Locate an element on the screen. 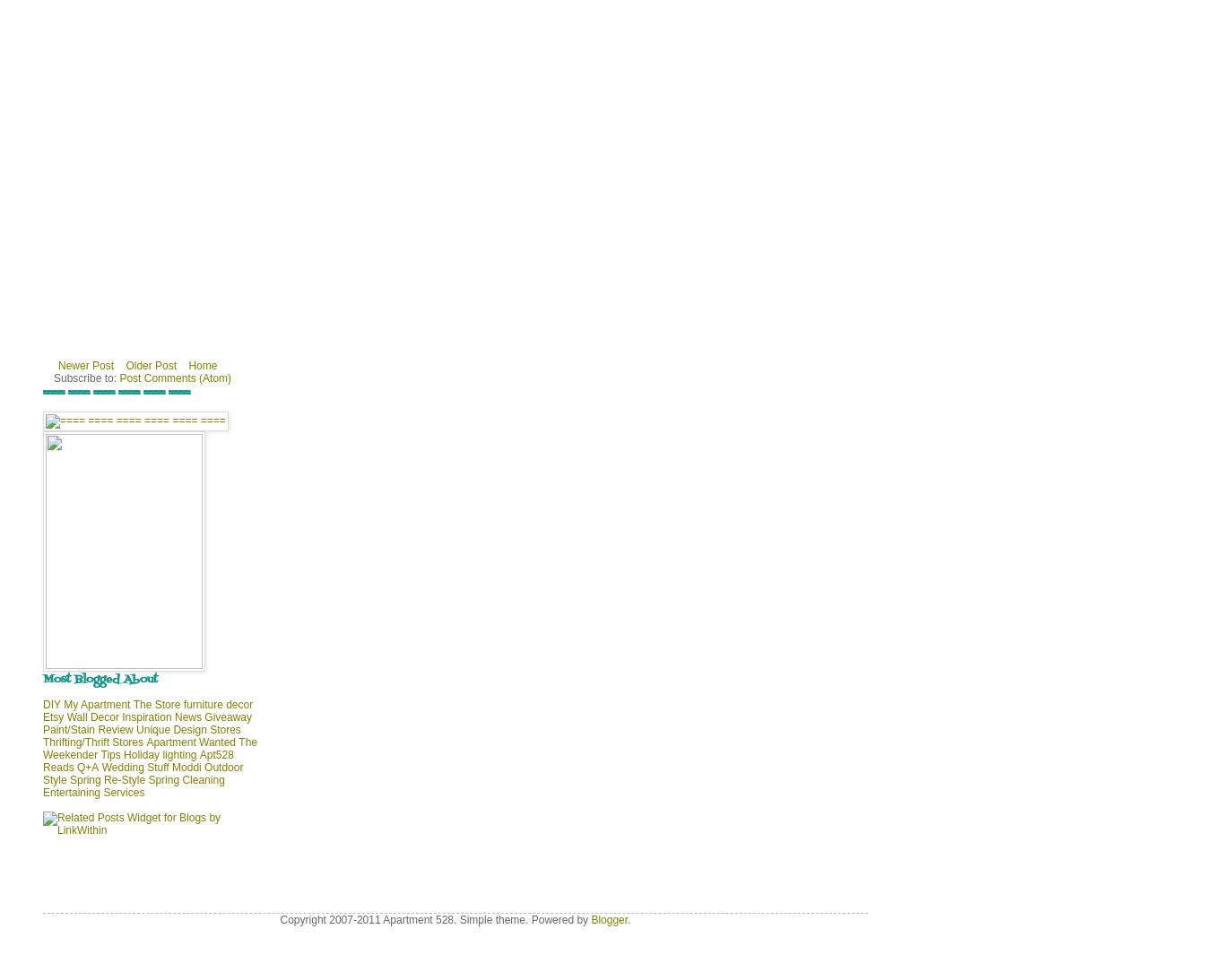 This screenshot has width=1232, height=955. 'Q+A' is located at coordinates (86, 768).